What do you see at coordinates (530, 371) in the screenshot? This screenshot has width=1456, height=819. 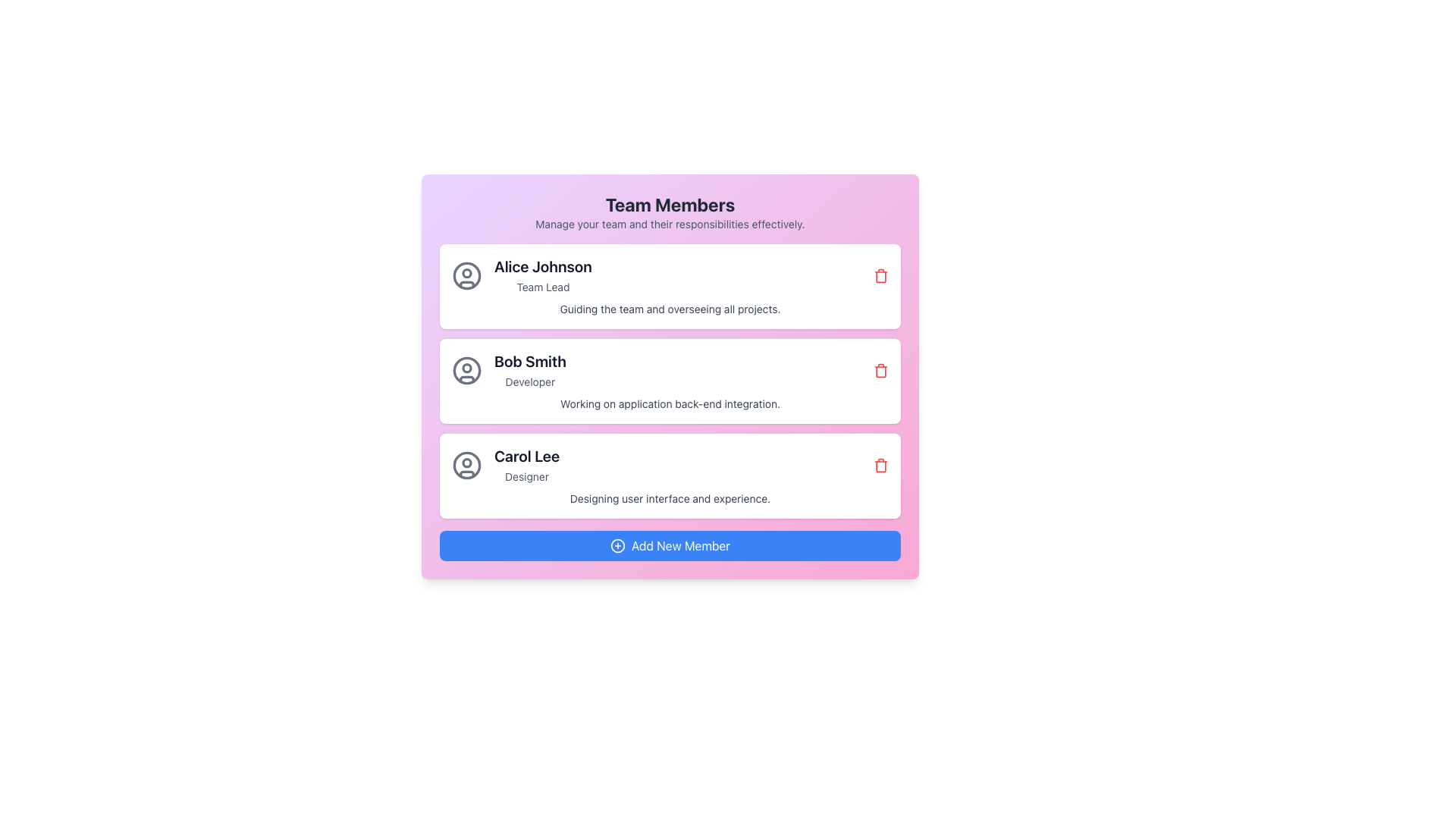 I see `text displayed in the second card of the 'Team Members' section, which shows the name and role of a team member, positioned below Alice Johnson's card and above Carol Lee's card` at bounding box center [530, 371].